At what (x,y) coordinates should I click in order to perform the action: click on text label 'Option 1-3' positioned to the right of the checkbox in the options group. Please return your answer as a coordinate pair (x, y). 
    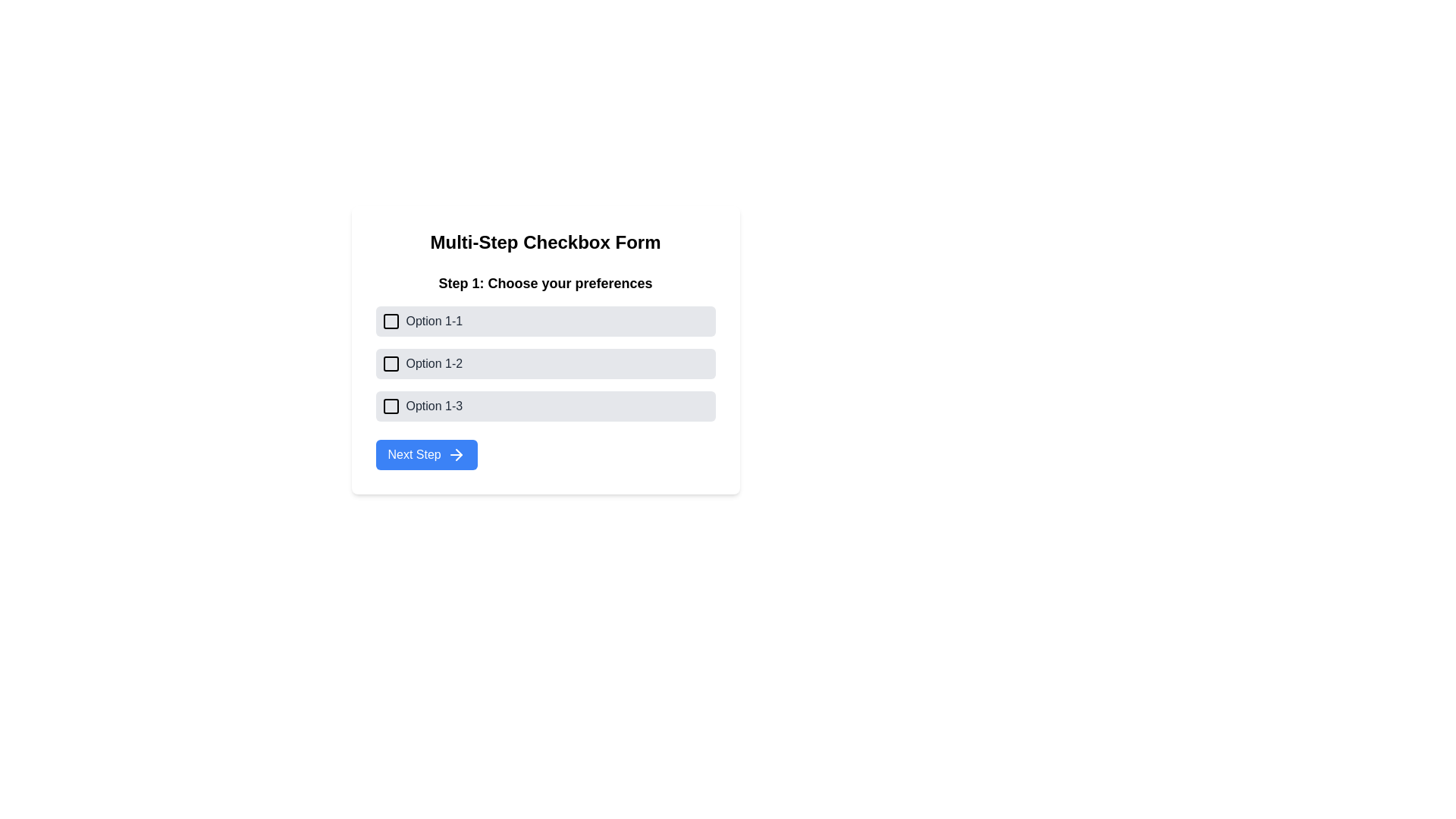
    Looking at the image, I should click on (433, 406).